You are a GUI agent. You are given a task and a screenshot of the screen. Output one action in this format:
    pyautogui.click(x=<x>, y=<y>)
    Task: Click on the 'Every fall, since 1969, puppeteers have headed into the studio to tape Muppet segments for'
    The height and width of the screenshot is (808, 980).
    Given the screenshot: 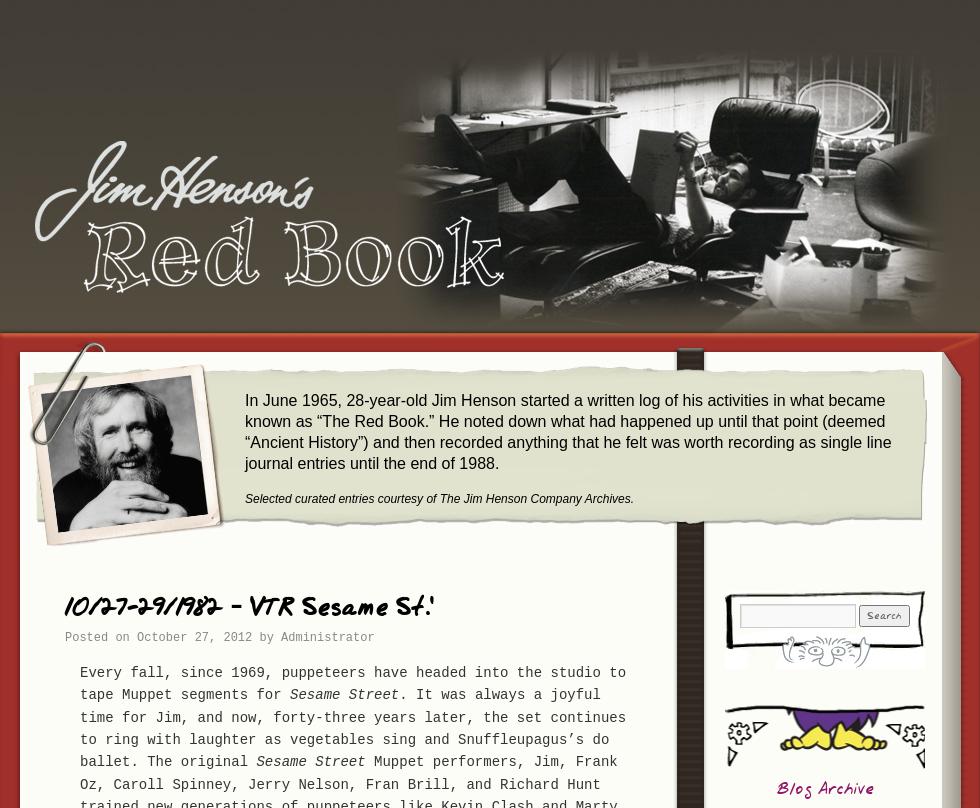 What is the action you would take?
    pyautogui.click(x=352, y=683)
    